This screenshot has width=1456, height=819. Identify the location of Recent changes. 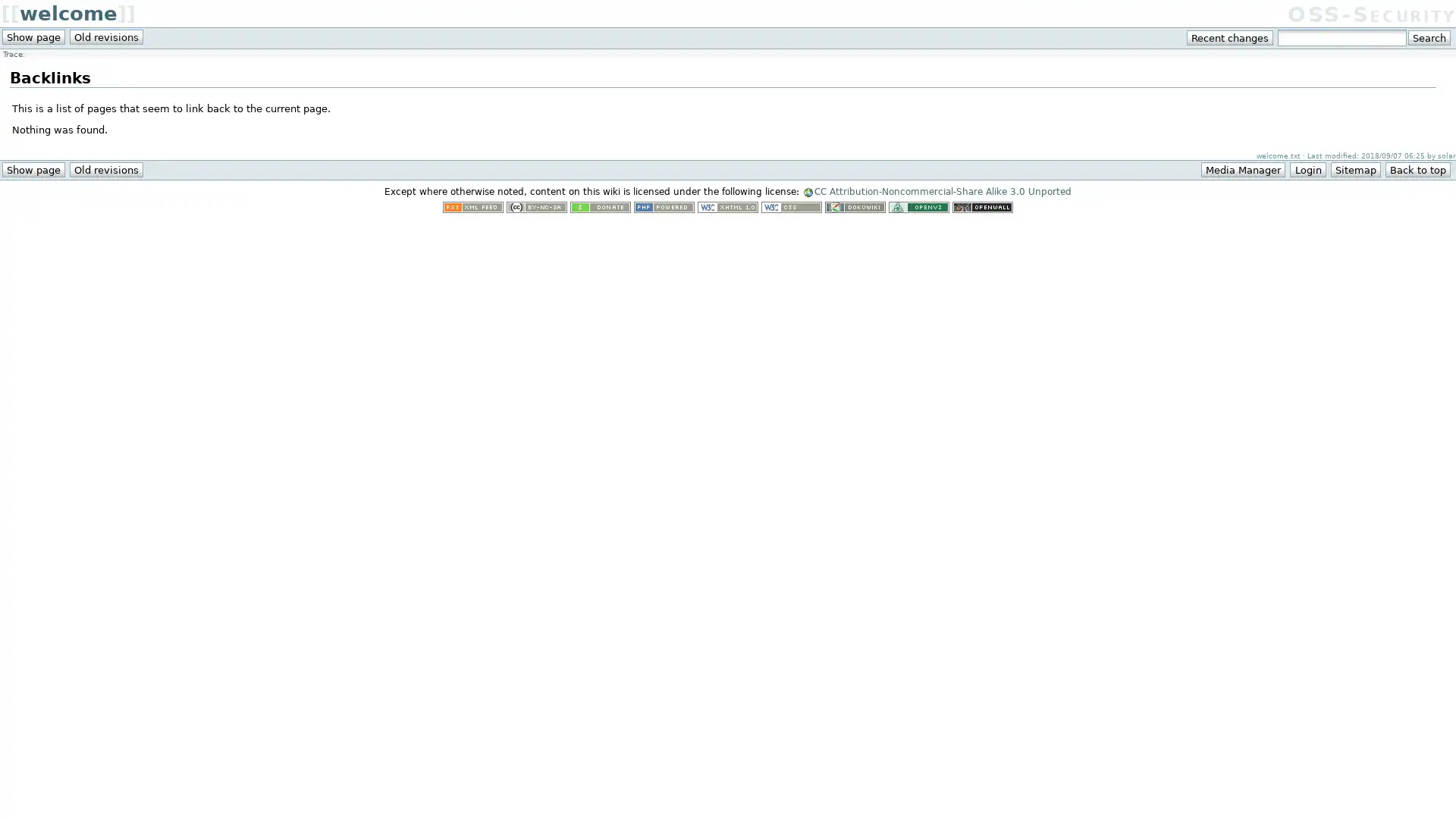
(1230, 37).